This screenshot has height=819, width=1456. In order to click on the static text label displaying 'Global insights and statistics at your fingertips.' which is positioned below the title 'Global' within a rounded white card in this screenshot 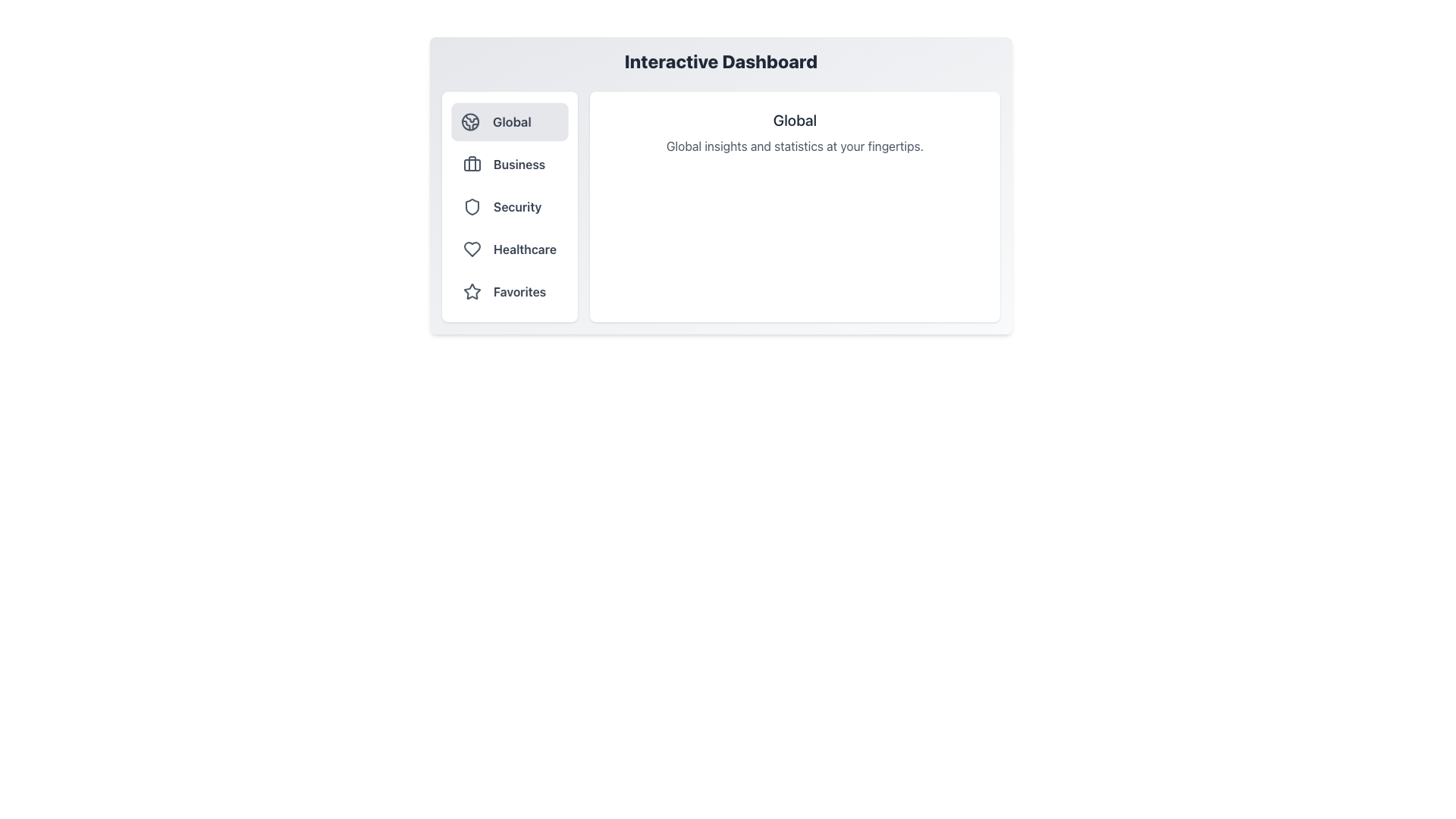, I will do `click(794, 146)`.